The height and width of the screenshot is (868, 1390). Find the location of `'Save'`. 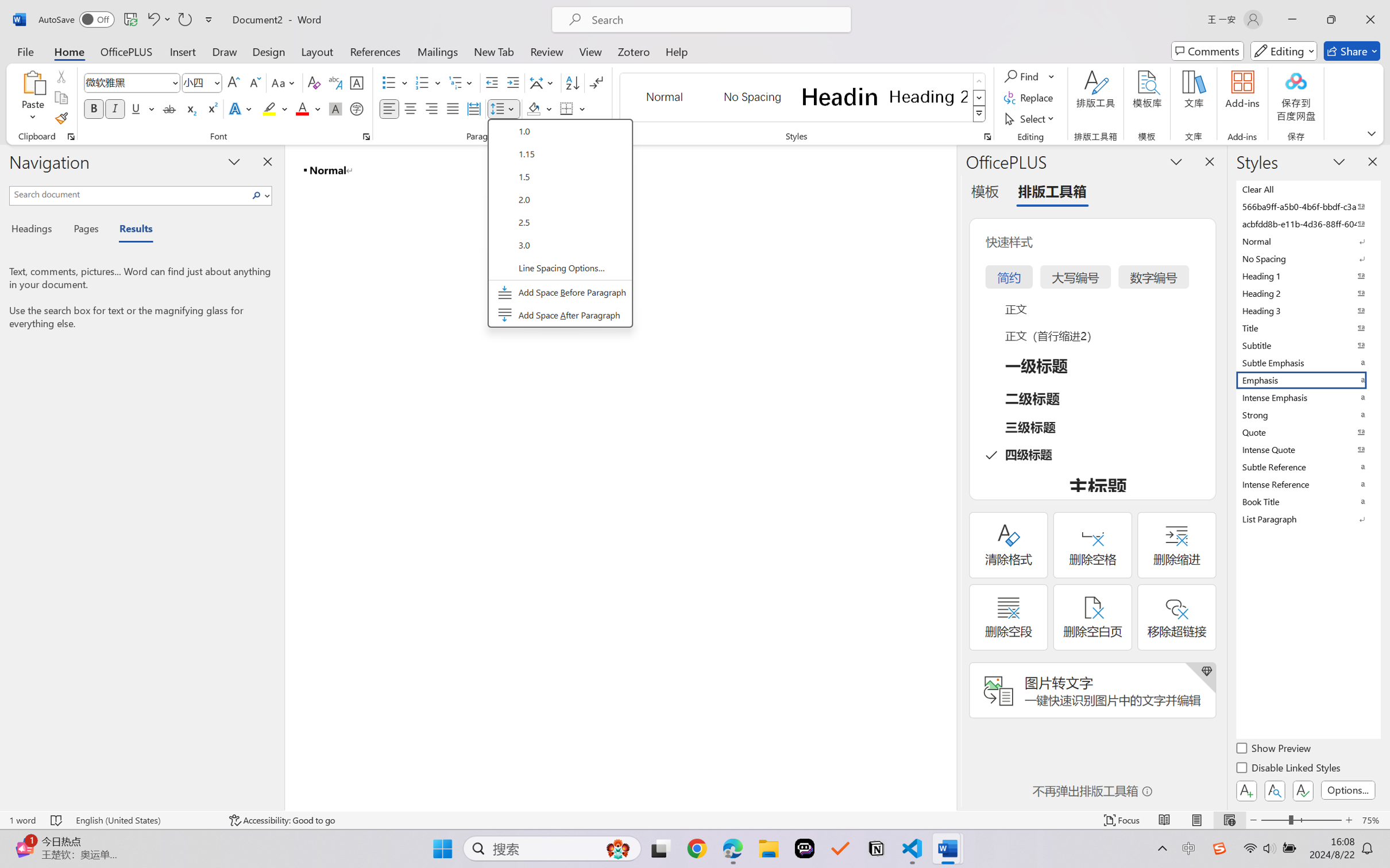

'Save' is located at coordinates (130, 19).